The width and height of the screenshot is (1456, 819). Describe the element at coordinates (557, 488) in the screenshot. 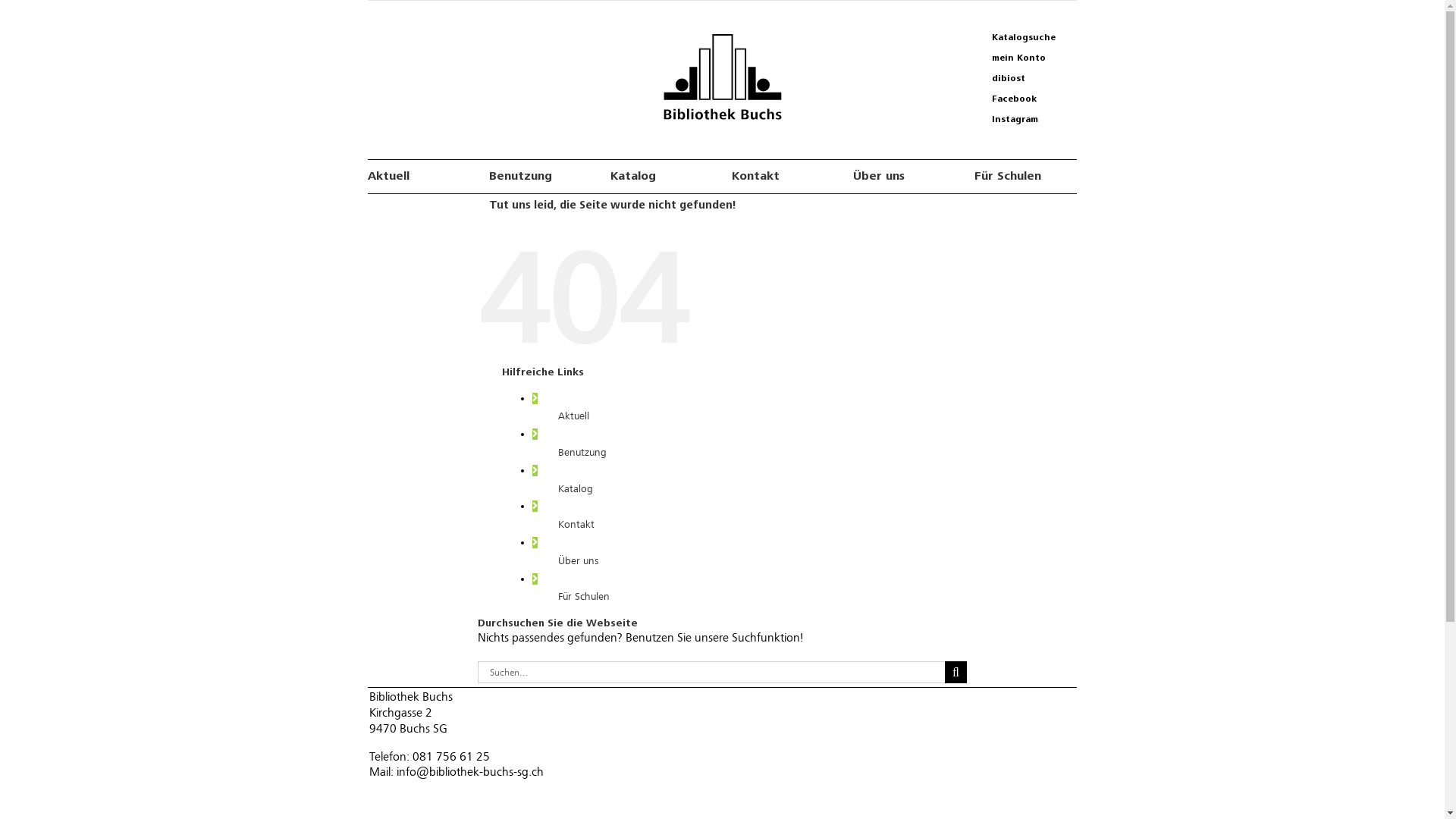

I see `'Katalog'` at that location.